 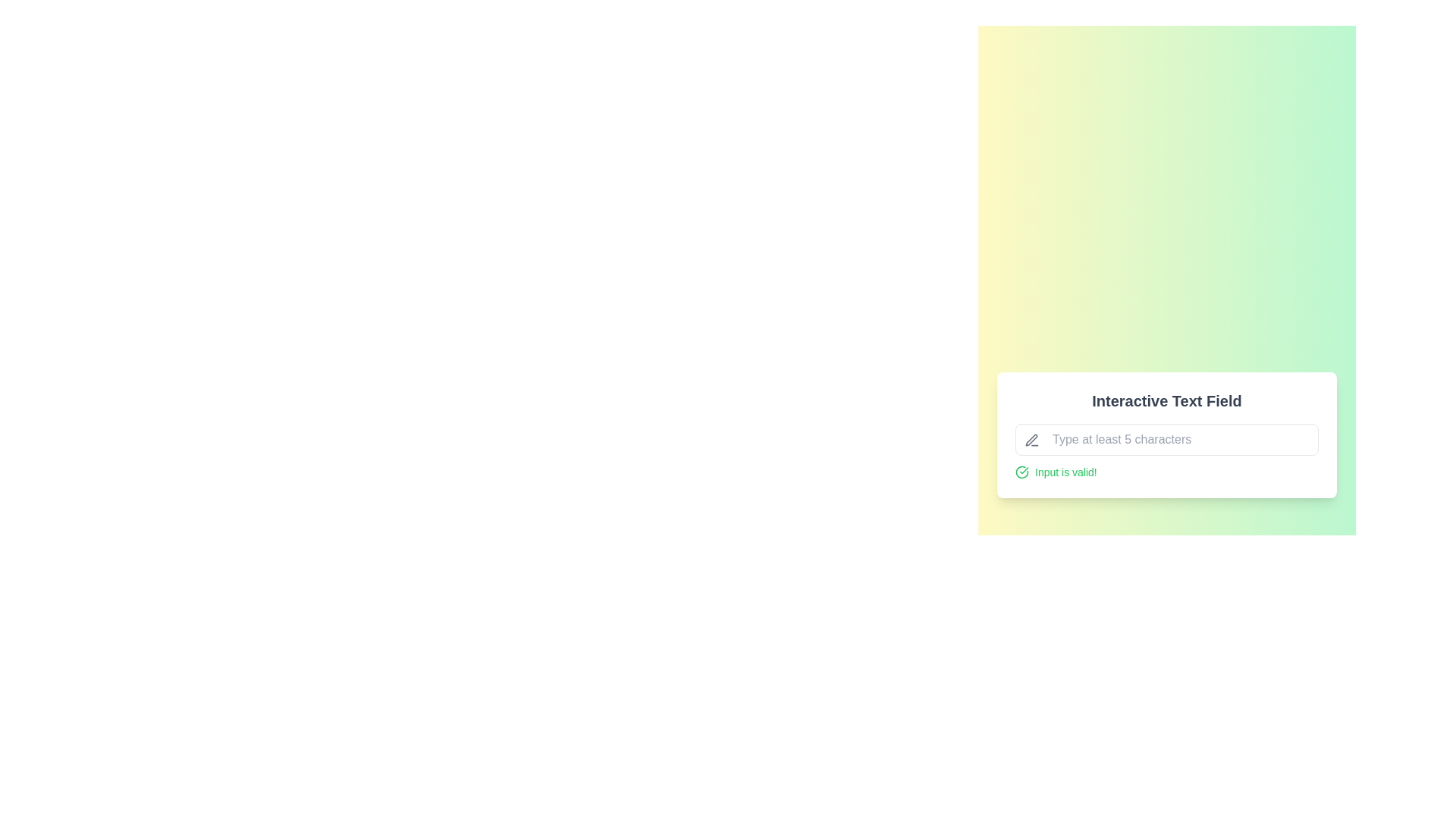 I want to click on the validation status by focusing on the confirmation icon located to the left of the 'Input is valid!' text within the notification message group, so click(x=1022, y=472).